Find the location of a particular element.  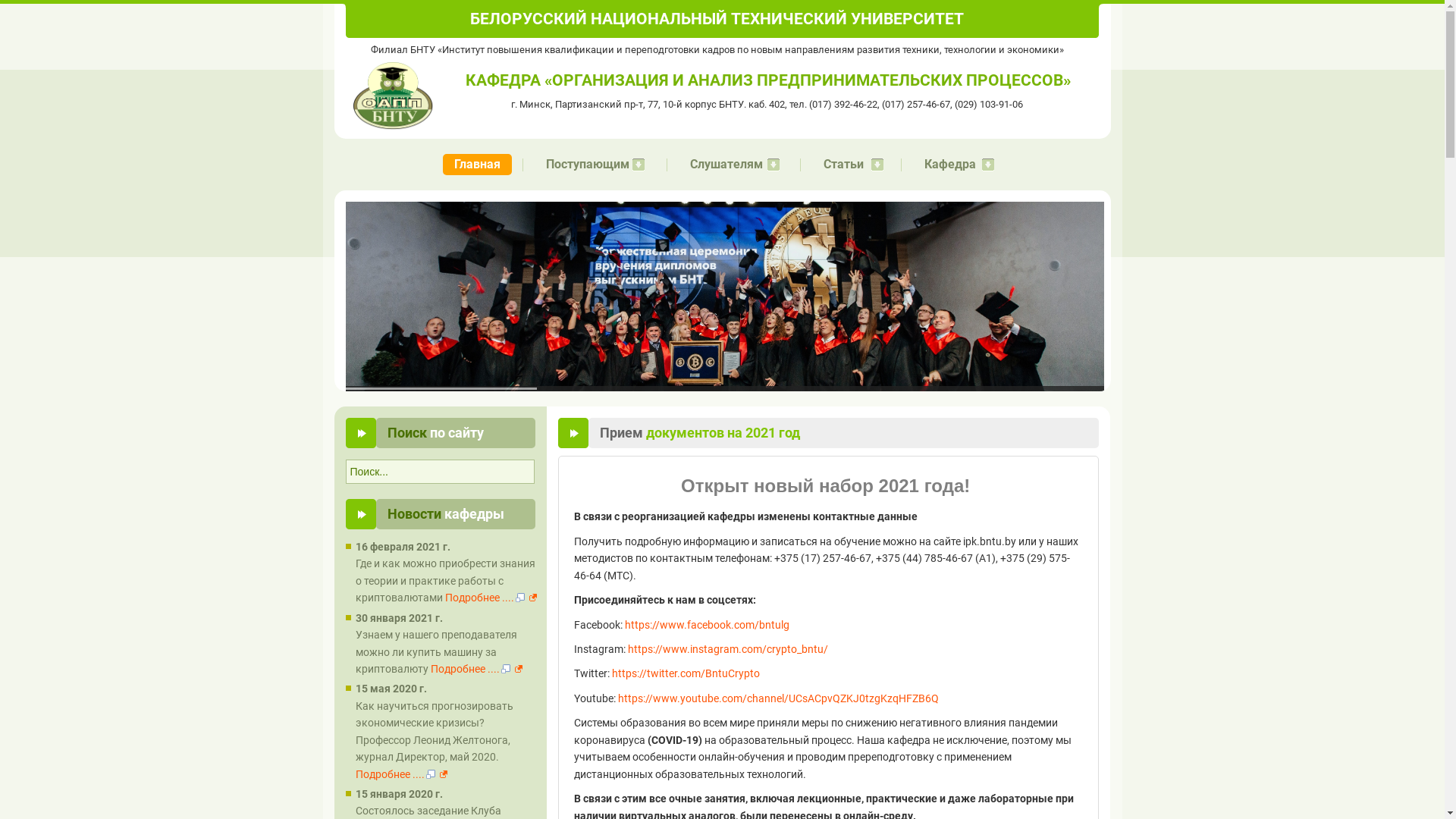

'https://www.youtube.com/channel/UCsACpvQZKJ0tzgKzqHFZB6Q' is located at coordinates (777, 698).